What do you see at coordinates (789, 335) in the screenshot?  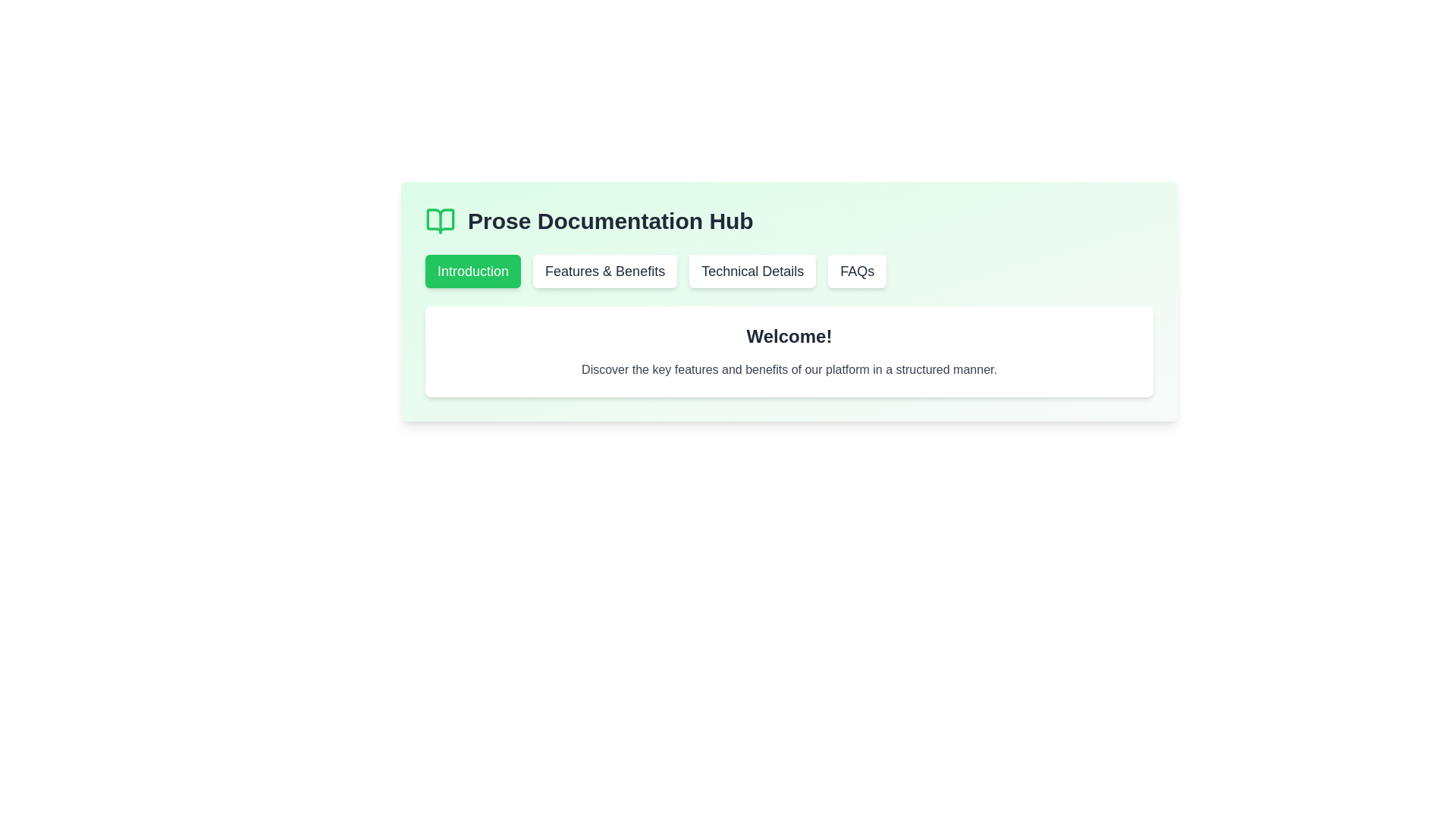 I see `text of the welcoming Heading that greets users upon accessing the platform, positioned above a sibling containing descriptive text` at bounding box center [789, 335].